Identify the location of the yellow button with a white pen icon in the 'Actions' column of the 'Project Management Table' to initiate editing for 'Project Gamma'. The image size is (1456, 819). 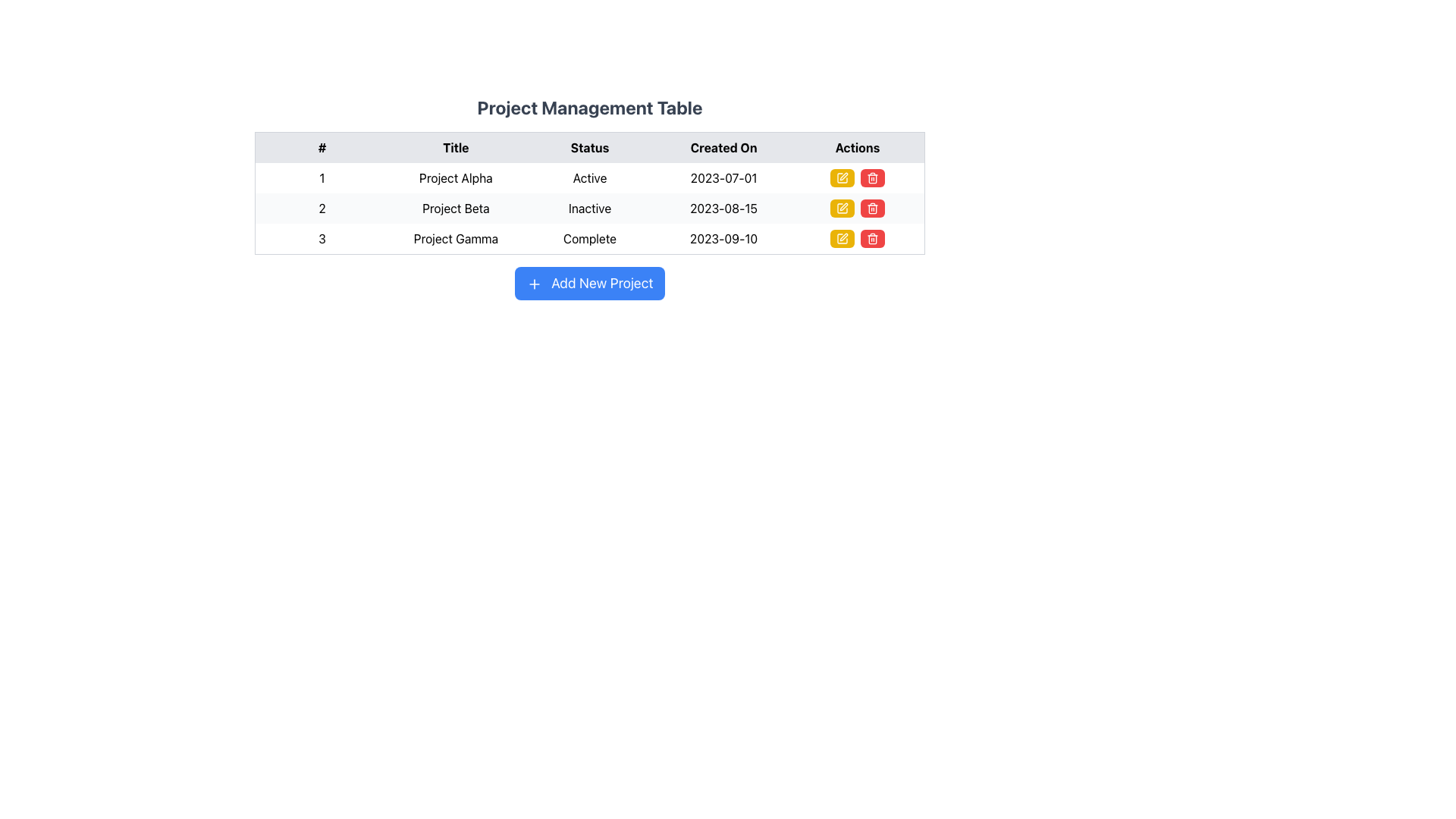
(841, 239).